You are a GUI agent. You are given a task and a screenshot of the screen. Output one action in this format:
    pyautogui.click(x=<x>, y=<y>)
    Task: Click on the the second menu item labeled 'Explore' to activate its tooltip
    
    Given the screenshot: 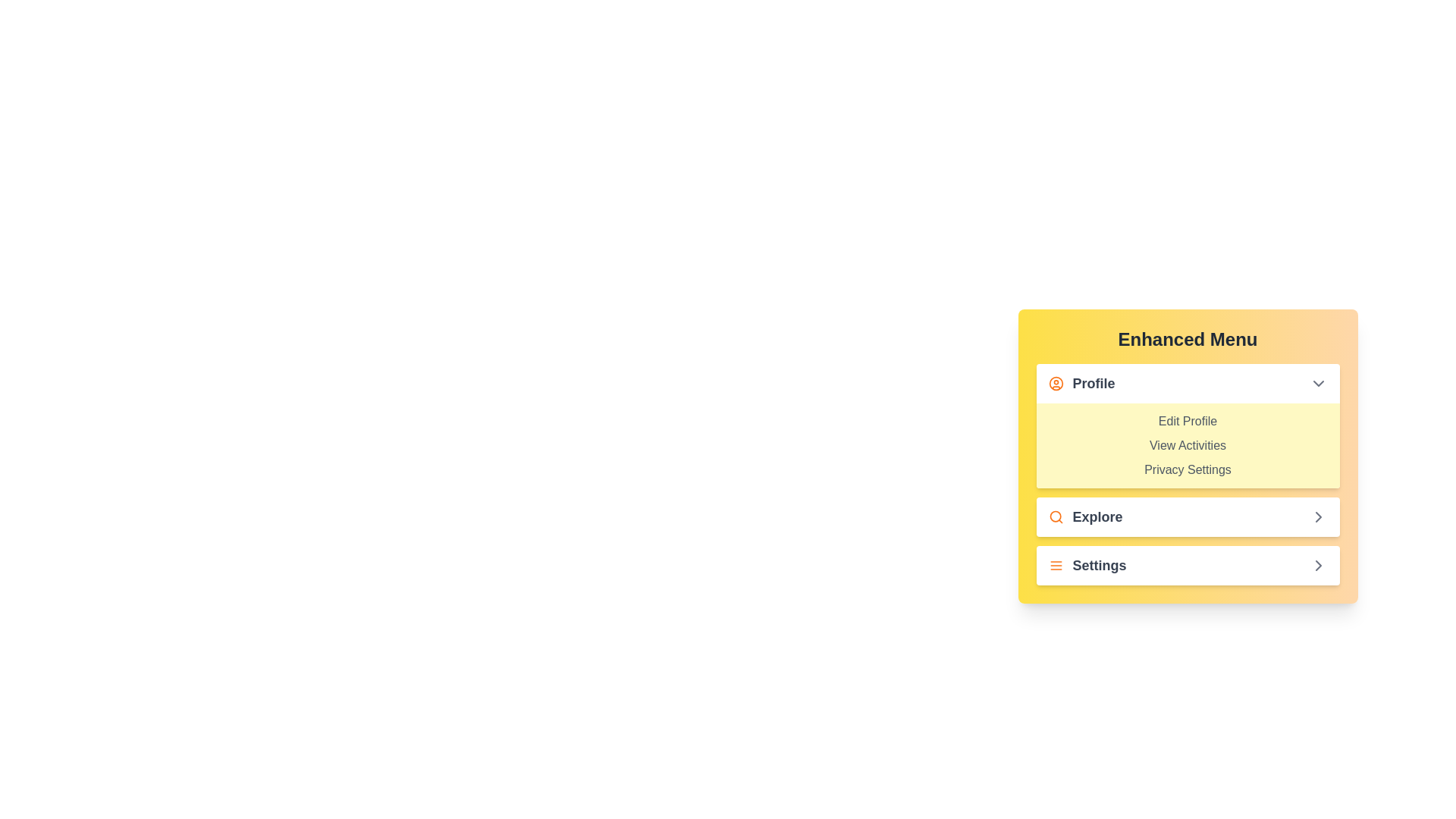 What is the action you would take?
    pyautogui.click(x=1187, y=516)
    